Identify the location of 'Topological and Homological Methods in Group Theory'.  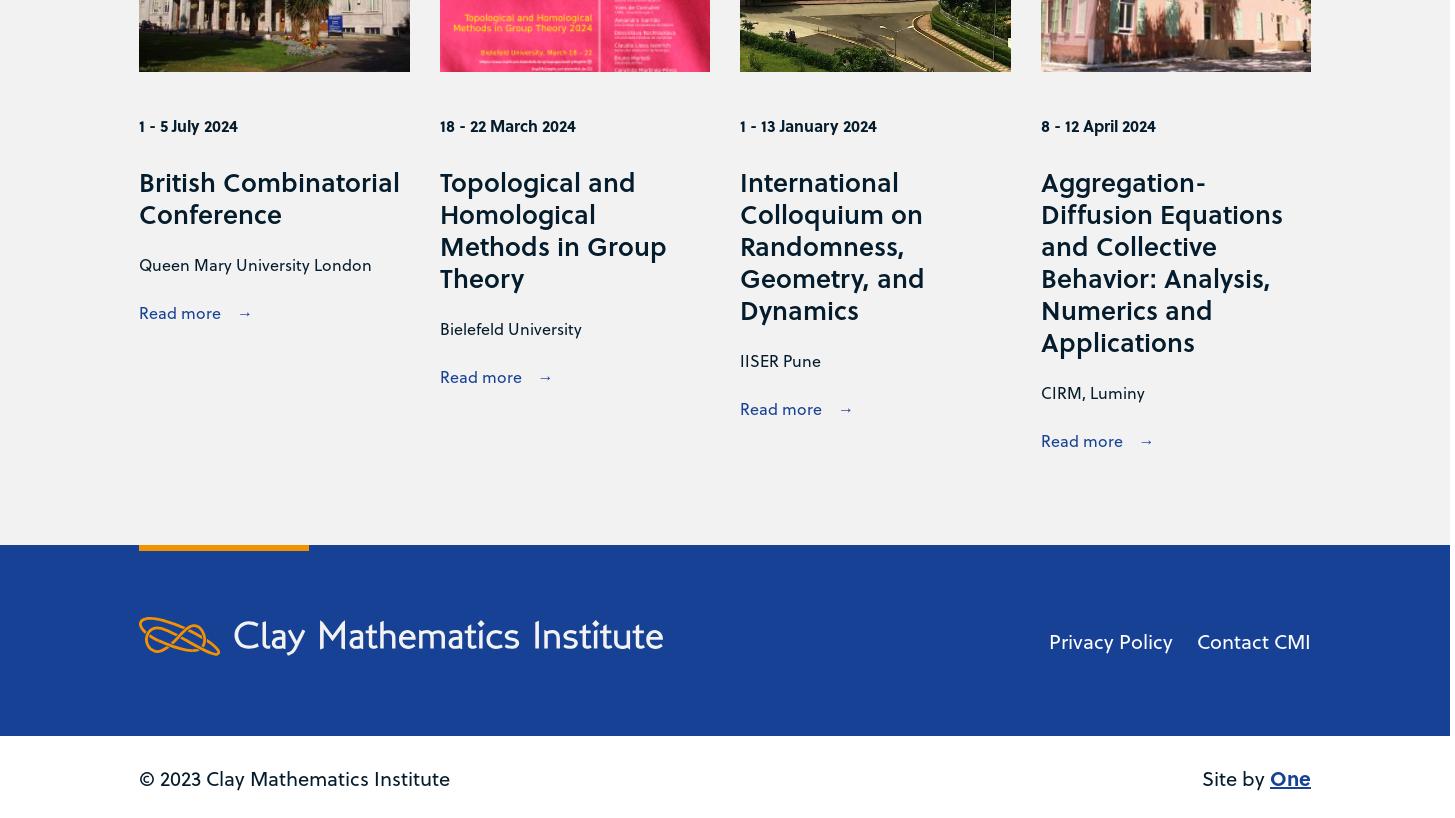
(552, 228).